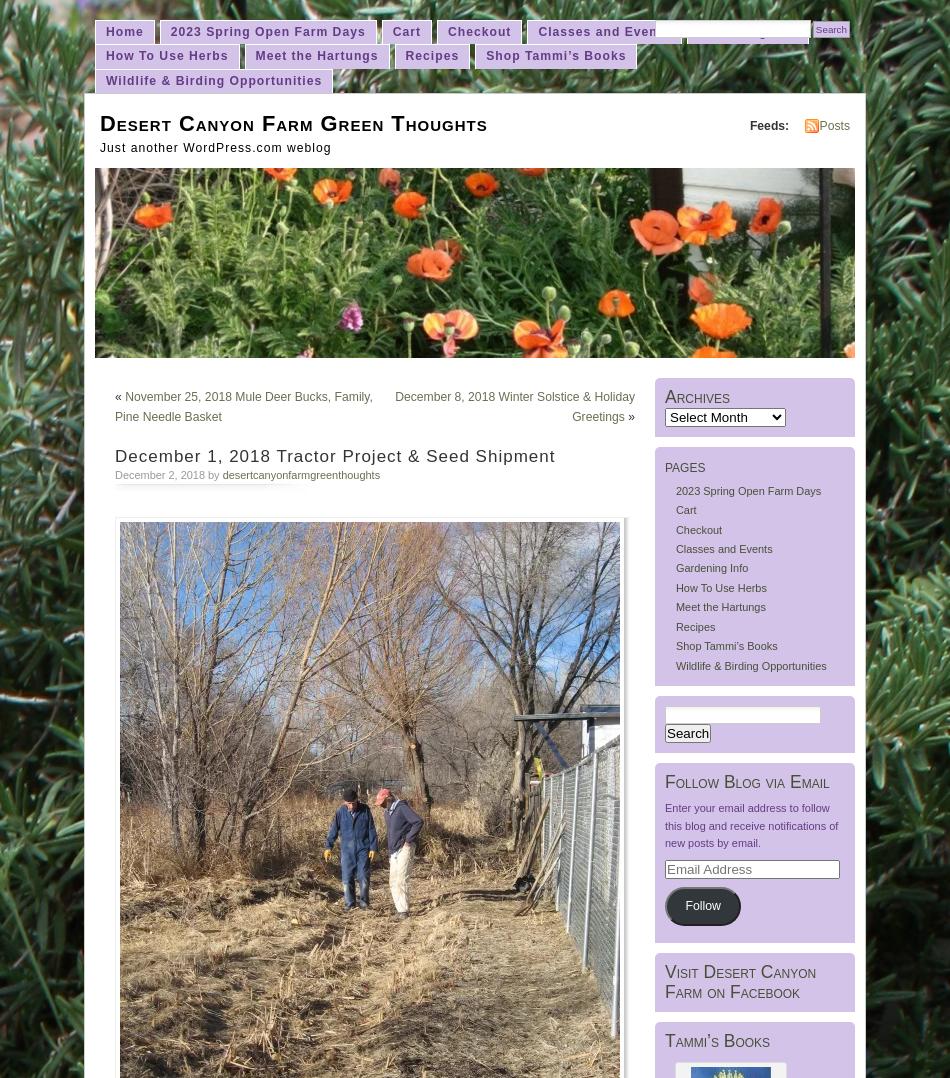  What do you see at coordinates (724, 645) in the screenshot?
I see `'Shop Tammi’s Books'` at bounding box center [724, 645].